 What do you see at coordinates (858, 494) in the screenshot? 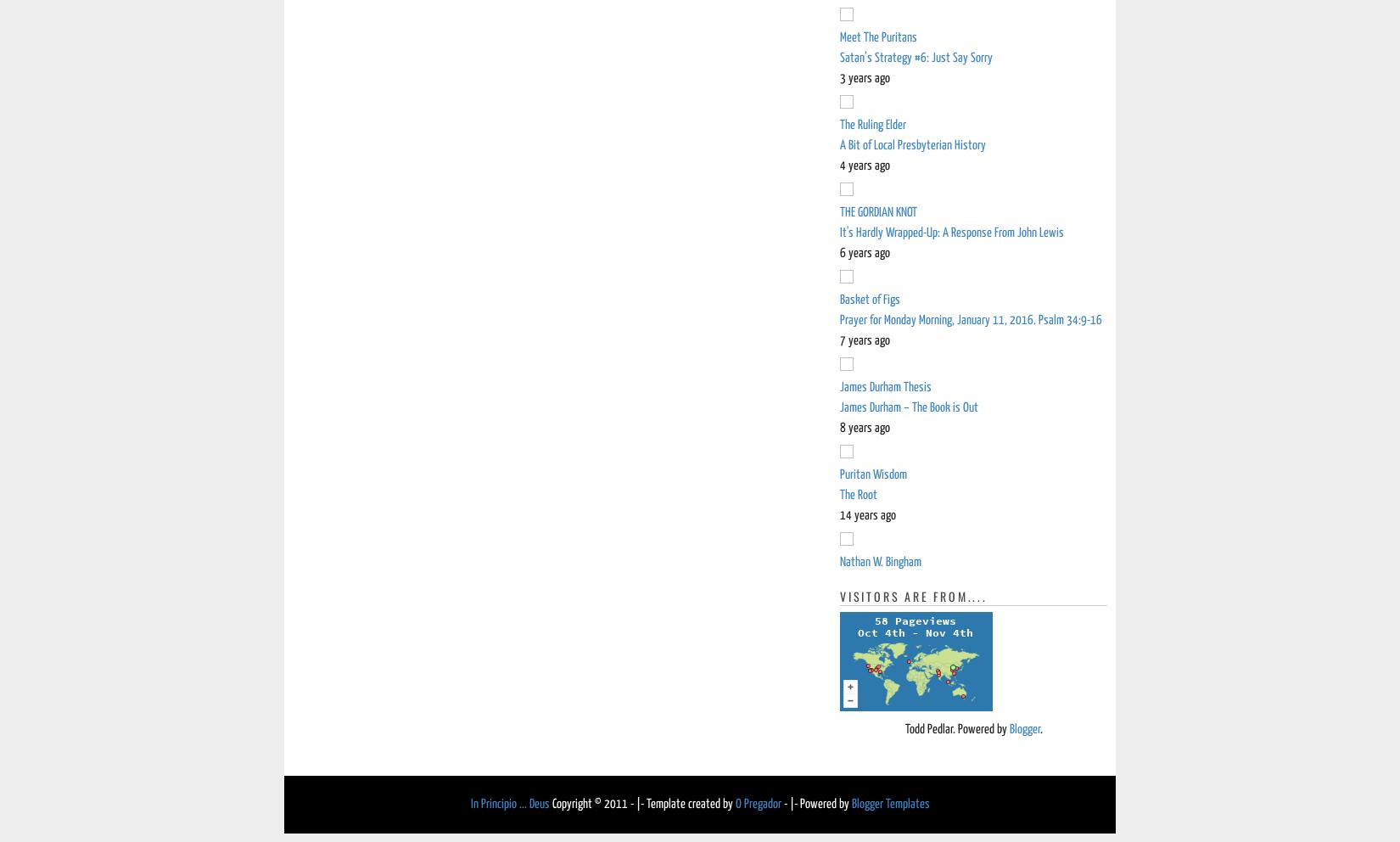
I see `'The Root'` at bounding box center [858, 494].